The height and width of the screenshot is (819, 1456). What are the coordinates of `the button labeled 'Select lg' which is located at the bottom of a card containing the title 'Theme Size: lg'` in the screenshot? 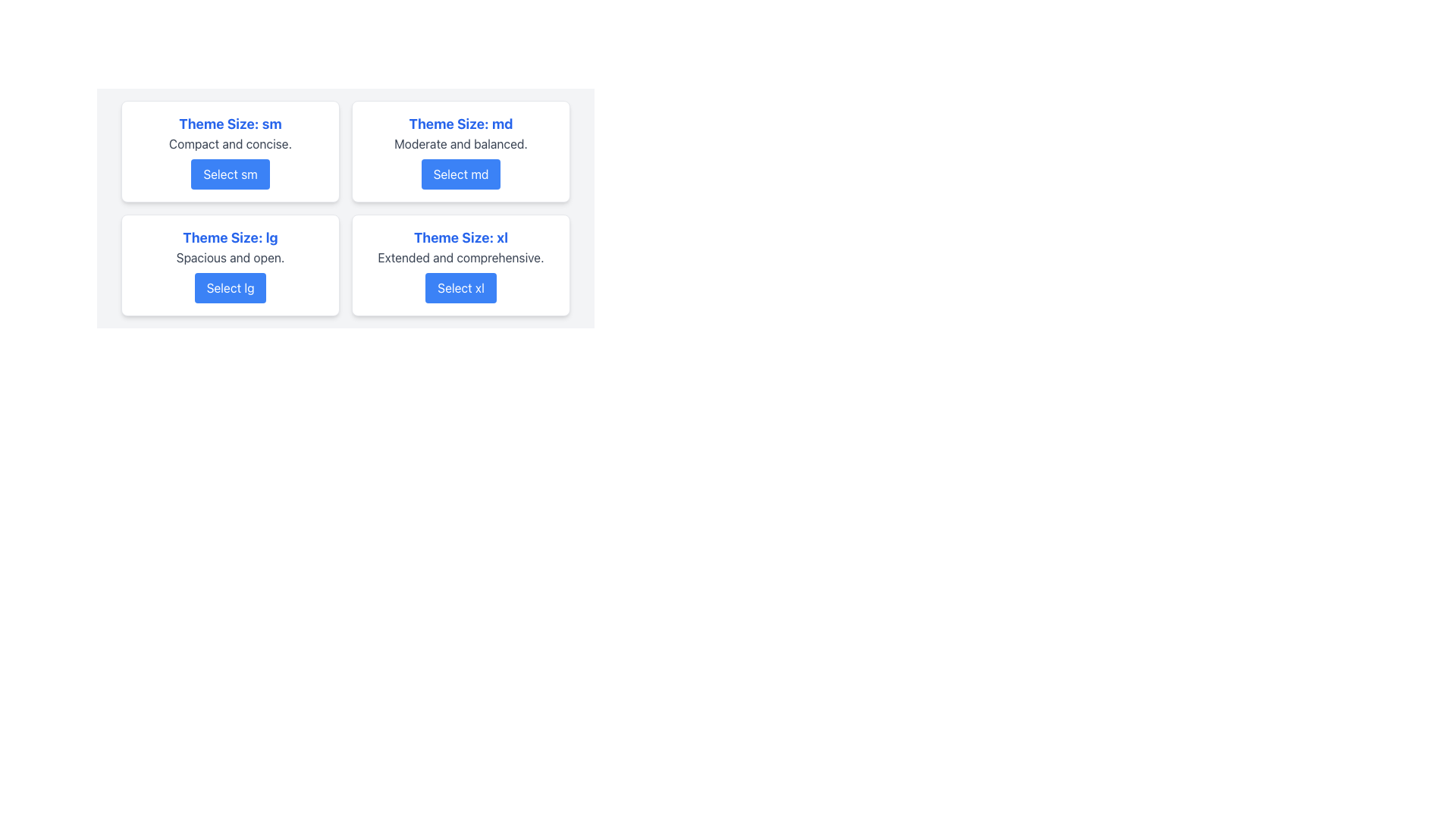 It's located at (229, 288).